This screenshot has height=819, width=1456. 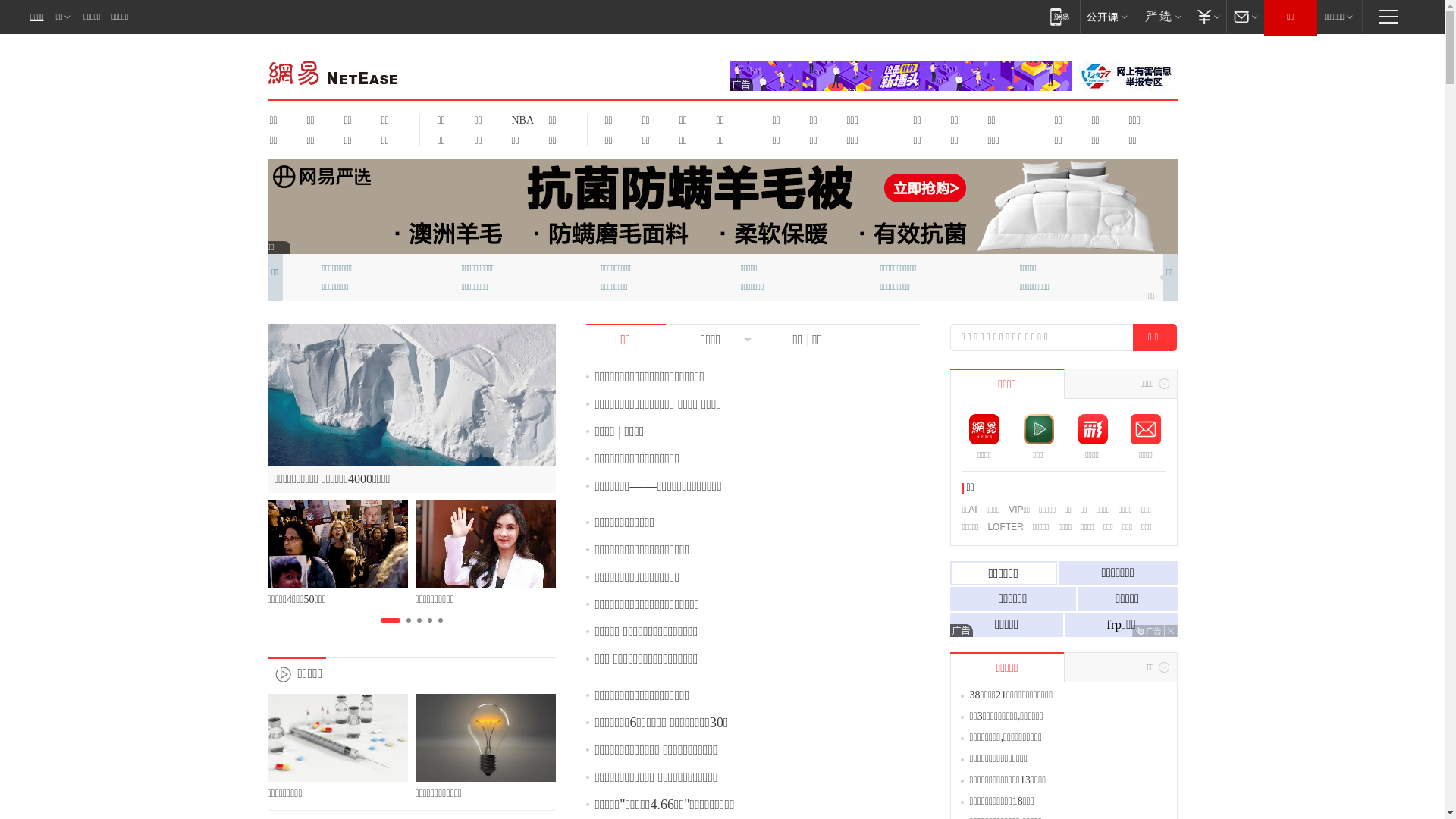 I want to click on 'LOFTER', so click(x=1005, y=526).